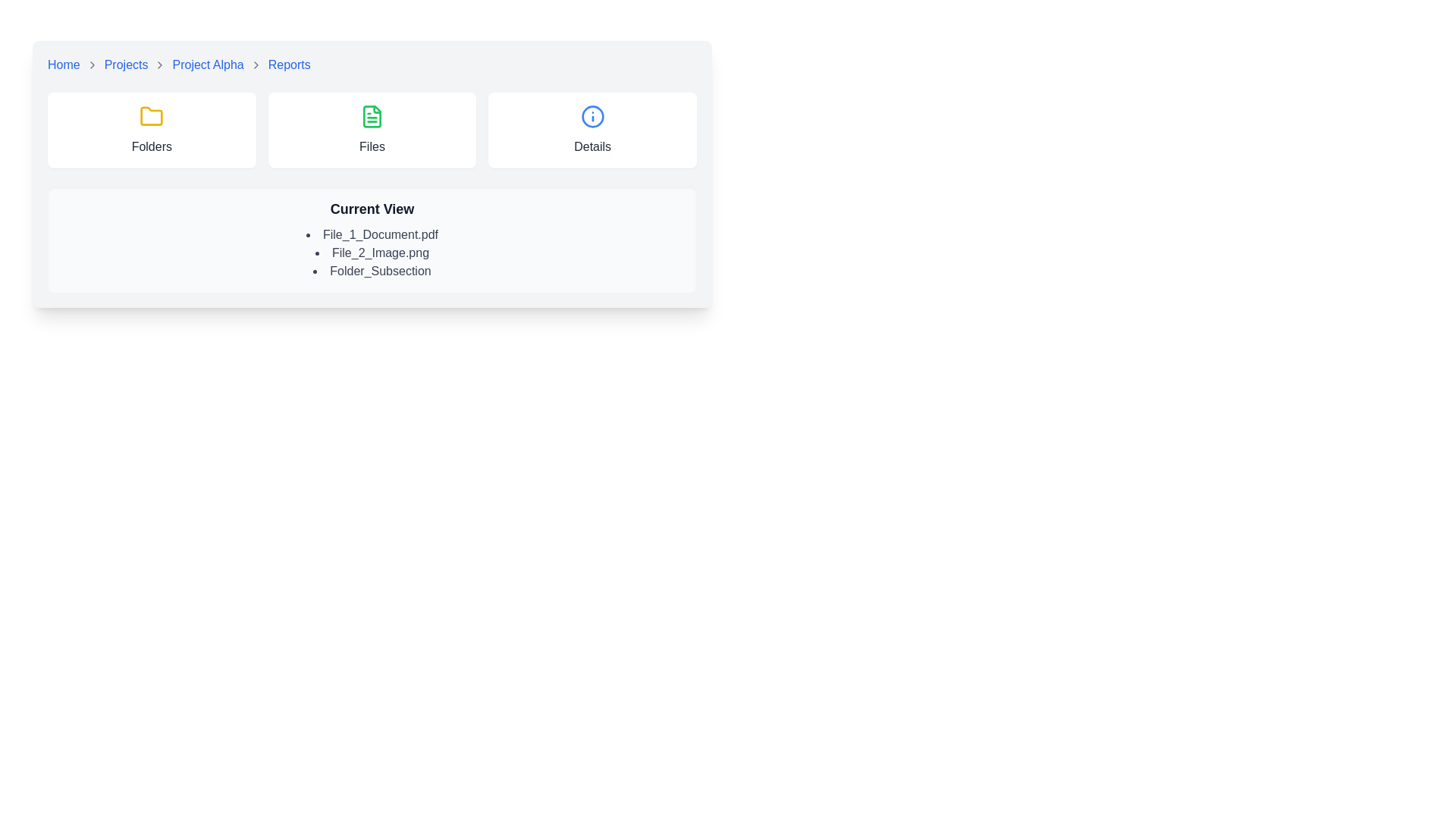  Describe the element at coordinates (289, 64) in the screenshot. I see `the 'Reports' hyperlink in the breadcrumb navigation bar to underline it` at that location.